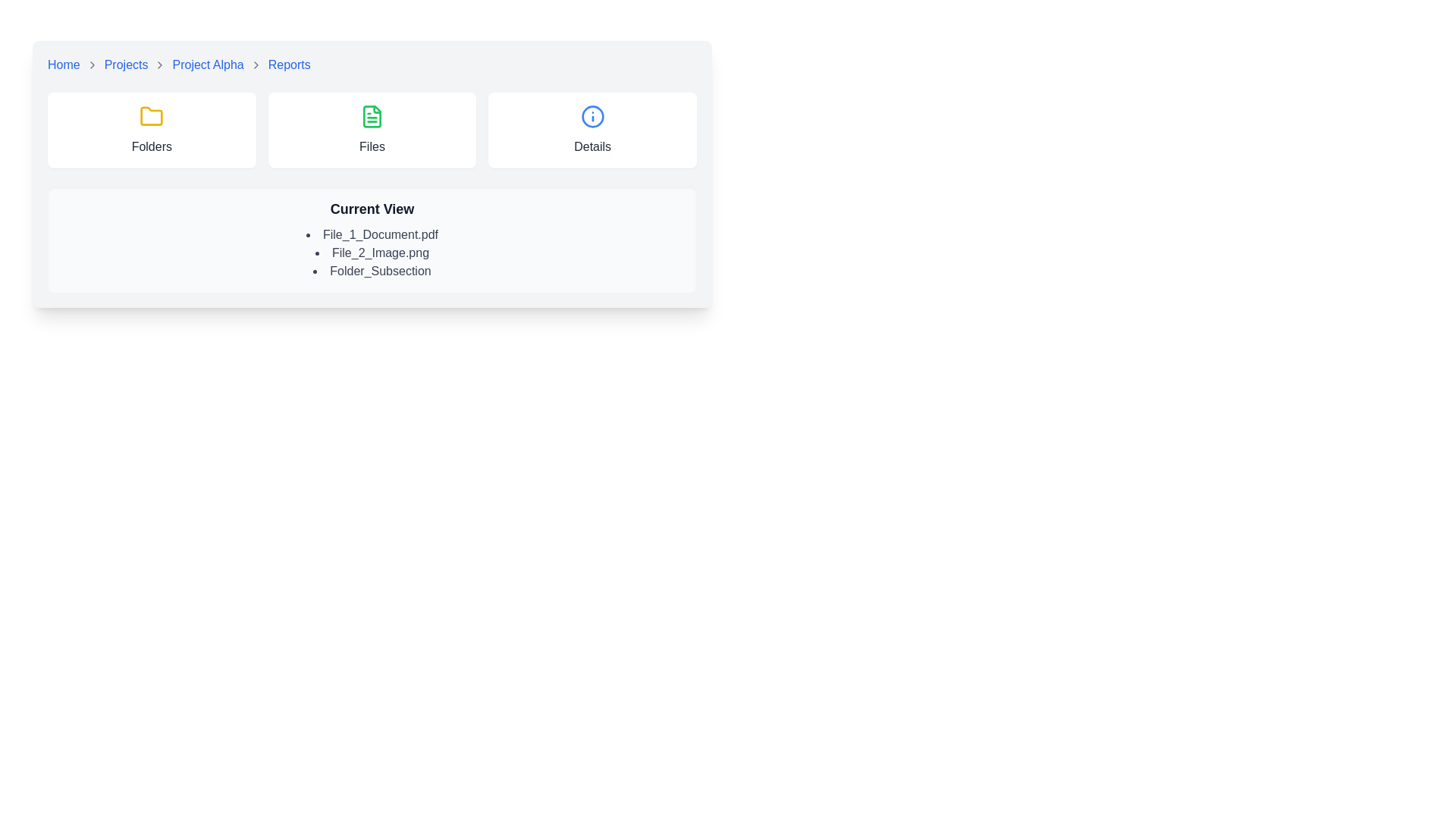  Describe the element at coordinates (289, 64) in the screenshot. I see `the 'Reports' hyperlink in the breadcrumb navigation bar to underline it` at that location.